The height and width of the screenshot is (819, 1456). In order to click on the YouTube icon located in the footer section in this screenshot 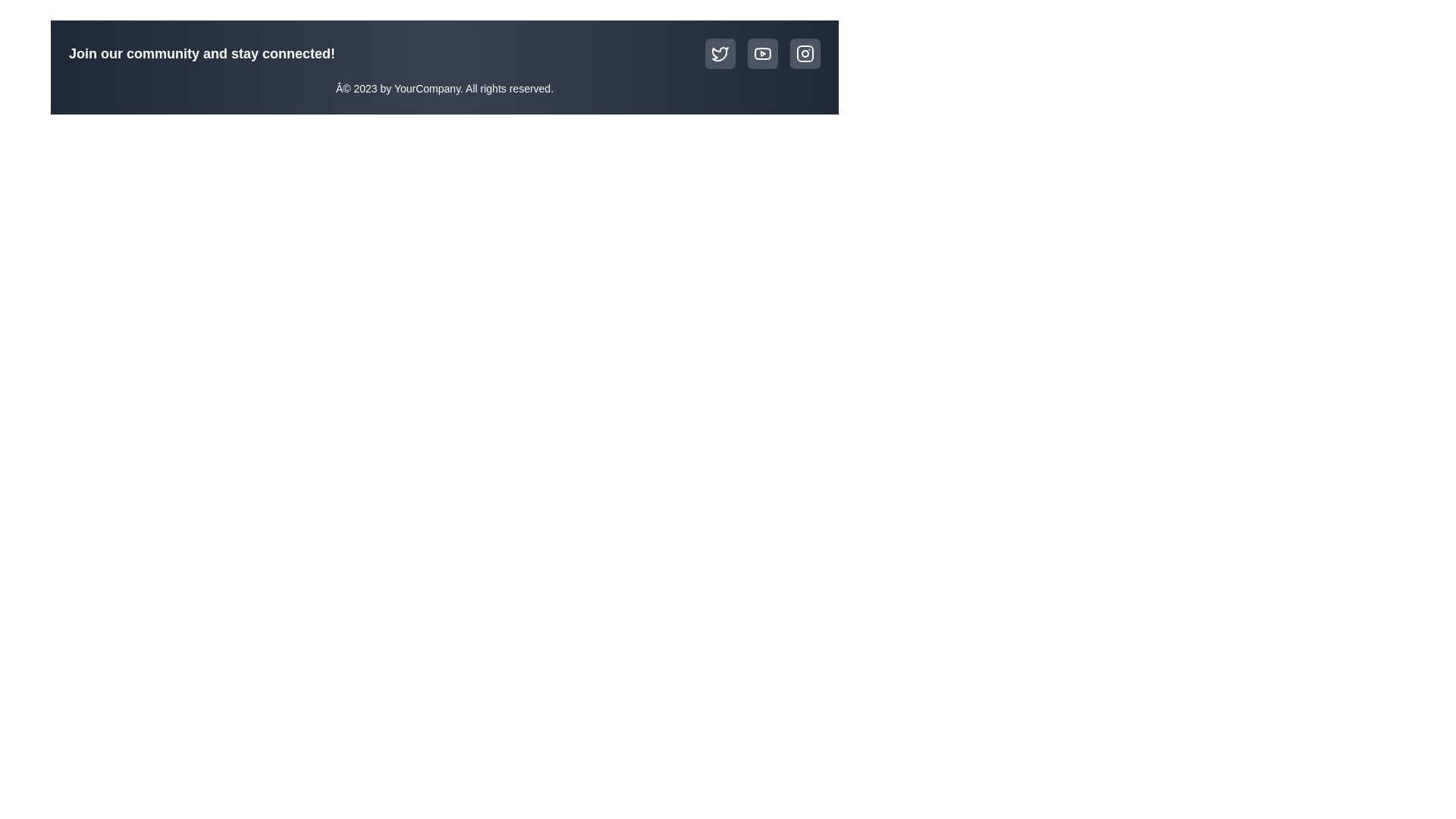, I will do `click(763, 52)`.